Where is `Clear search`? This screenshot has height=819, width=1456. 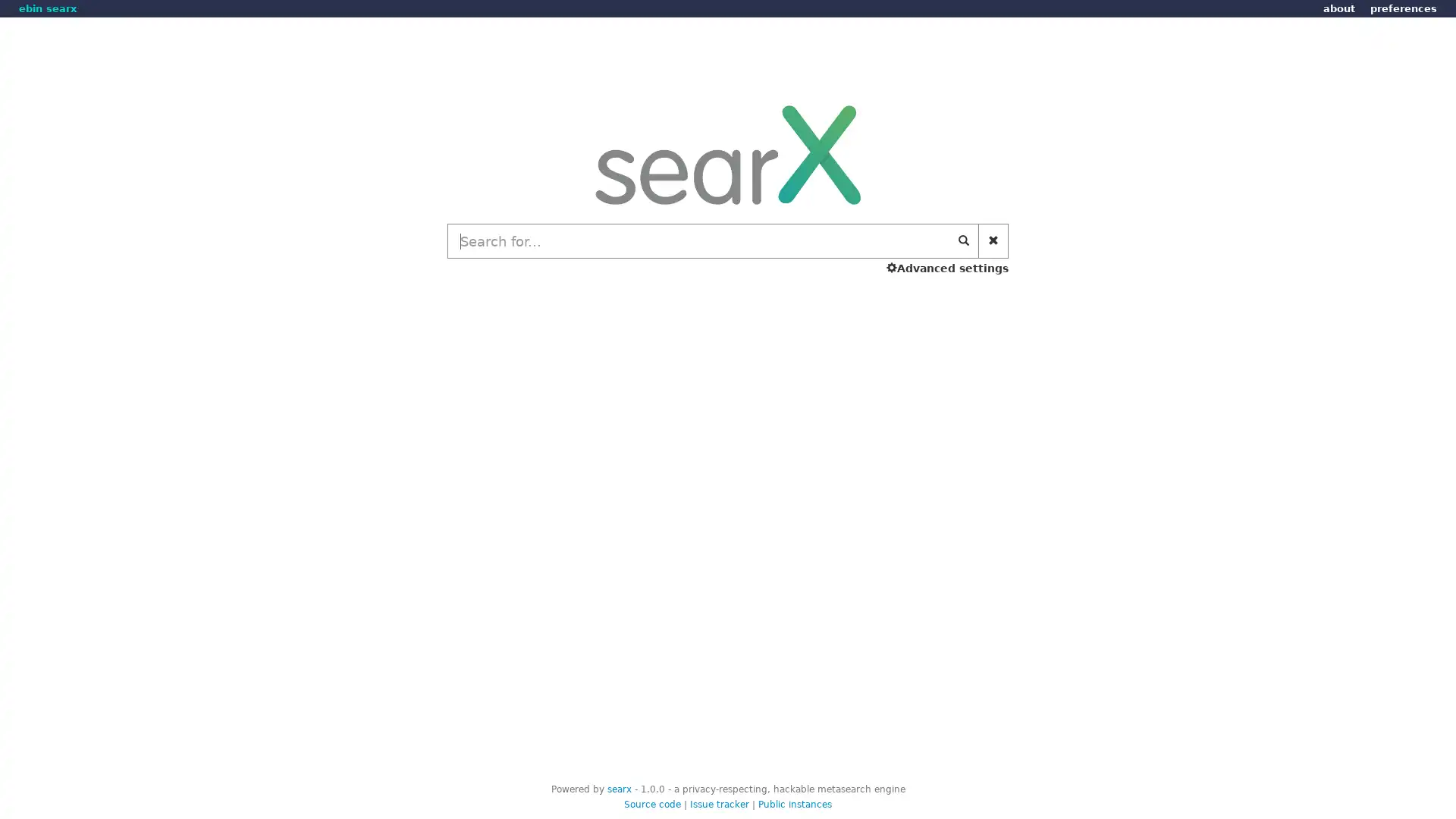 Clear search is located at coordinates (993, 240).